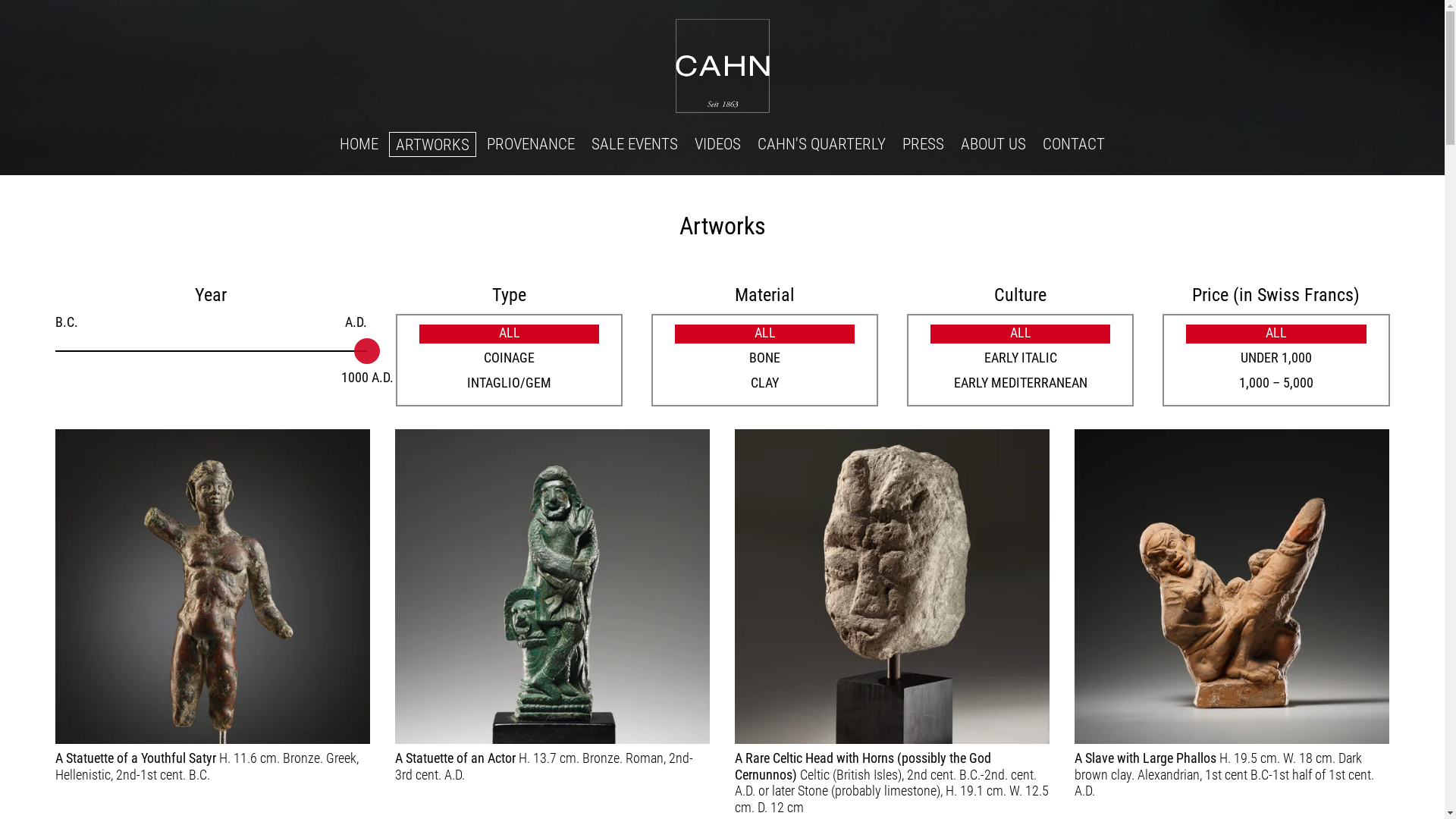 The image size is (1456, 819). What do you see at coordinates (821, 144) in the screenshot?
I see `'CAHN'S QUARTERLY'` at bounding box center [821, 144].